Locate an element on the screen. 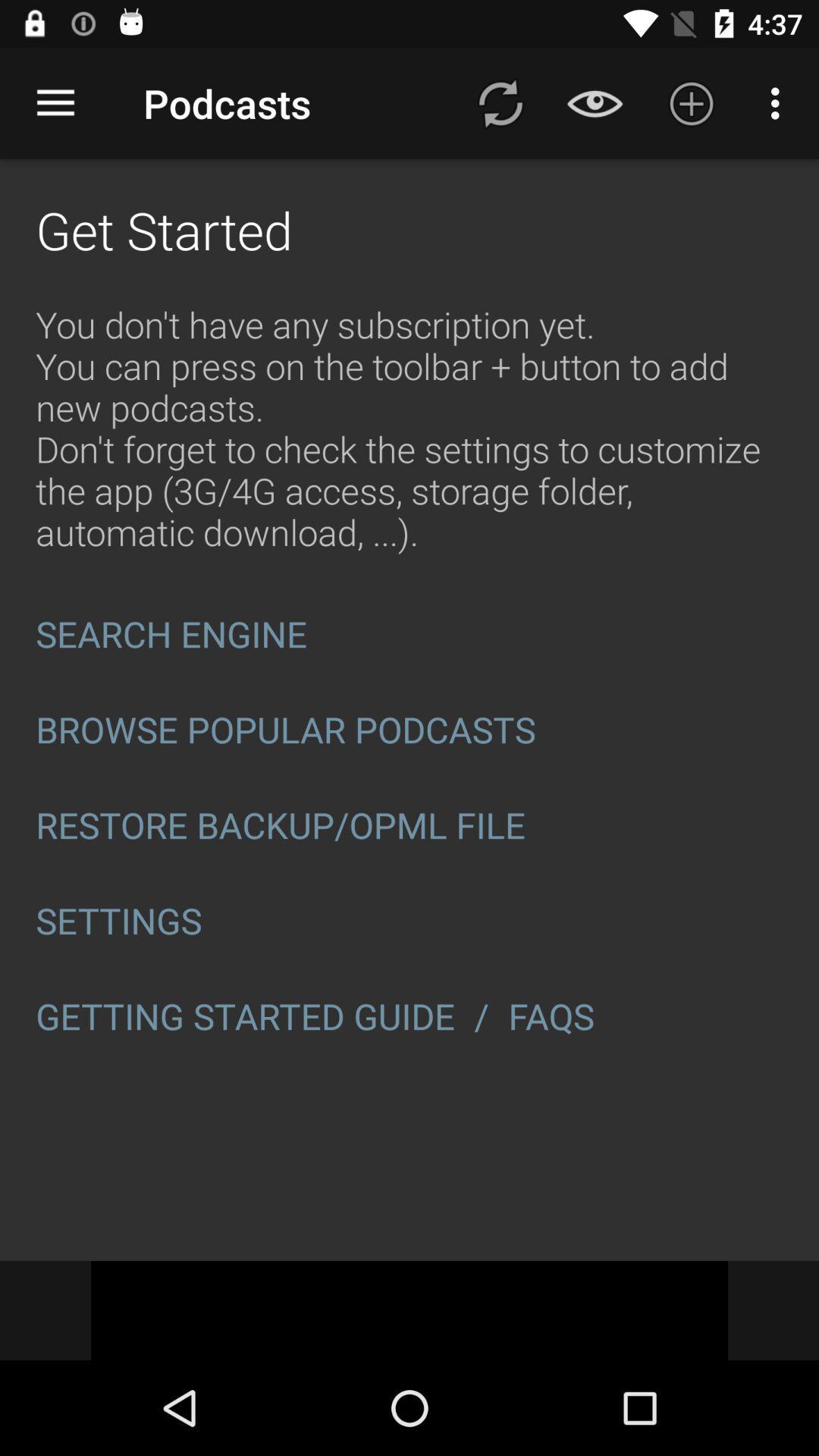 The width and height of the screenshot is (819, 1456). the restore backup opml icon is located at coordinates (409, 824).